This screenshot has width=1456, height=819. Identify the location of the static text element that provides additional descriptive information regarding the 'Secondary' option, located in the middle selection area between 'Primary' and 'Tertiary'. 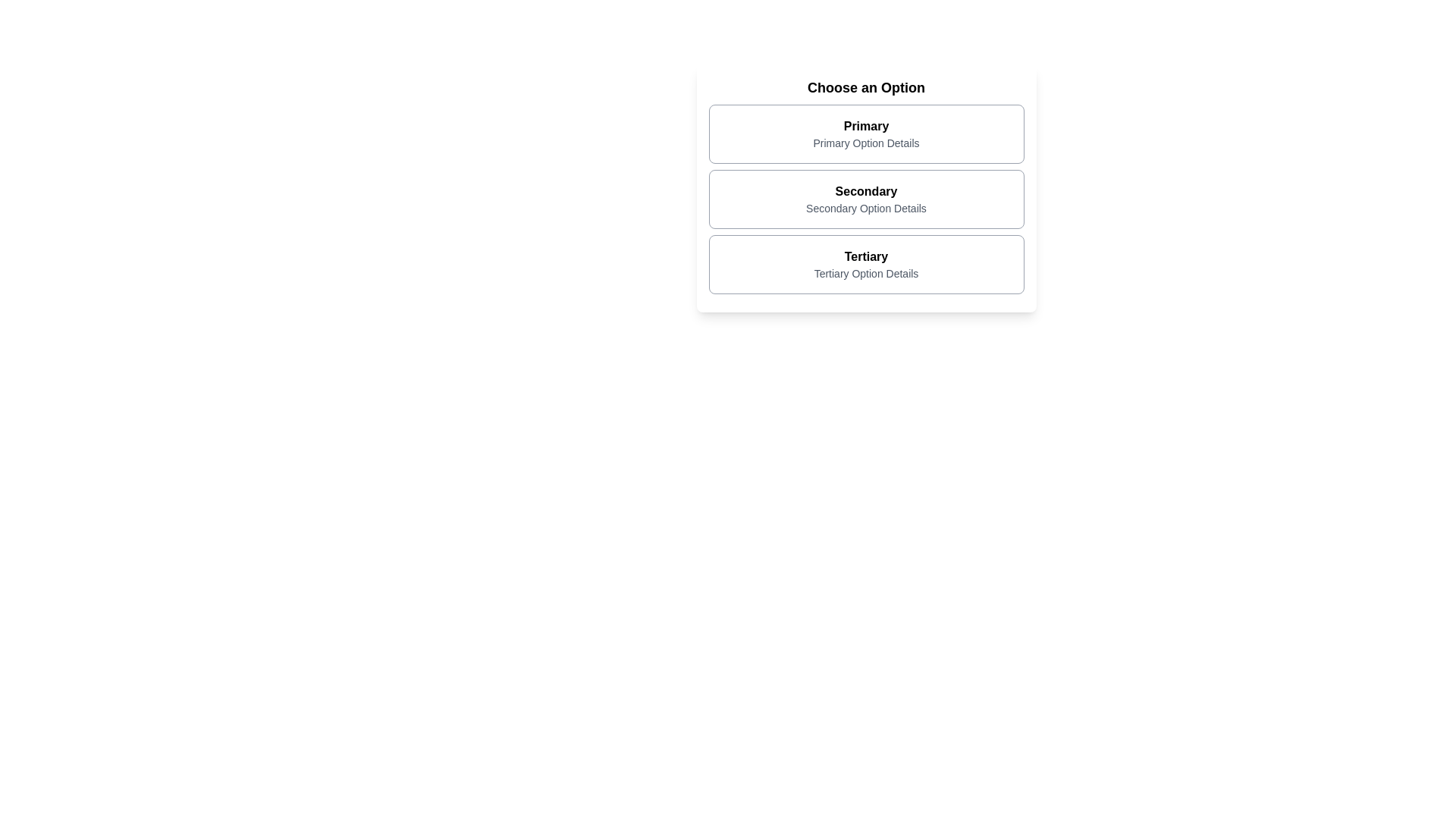
(866, 208).